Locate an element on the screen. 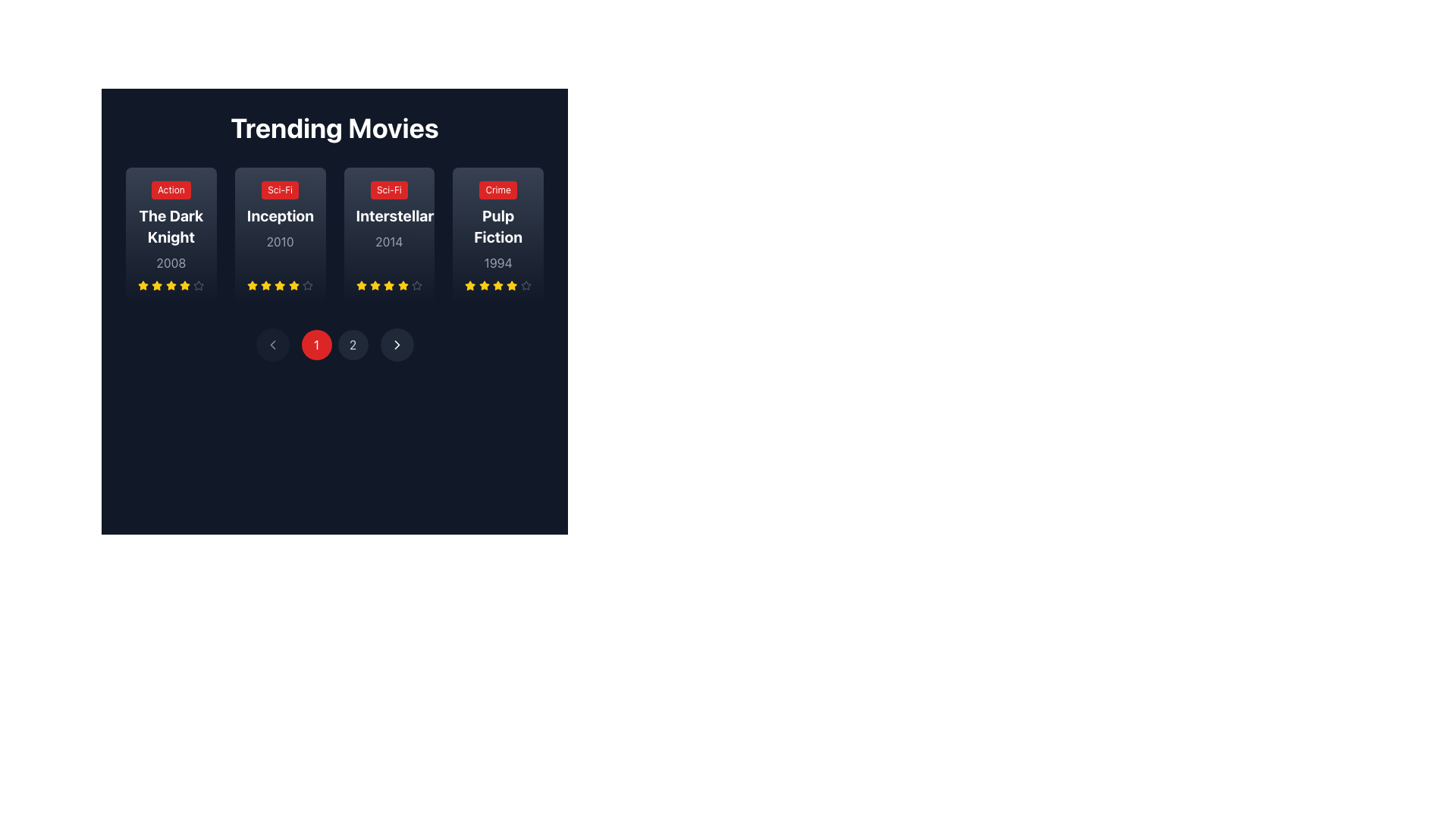 Image resolution: width=1456 pixels, height=819 pixels. the movie listing card for 'Interstellar' in the 'Trending Movies' section is located at coordinates (389, 215).